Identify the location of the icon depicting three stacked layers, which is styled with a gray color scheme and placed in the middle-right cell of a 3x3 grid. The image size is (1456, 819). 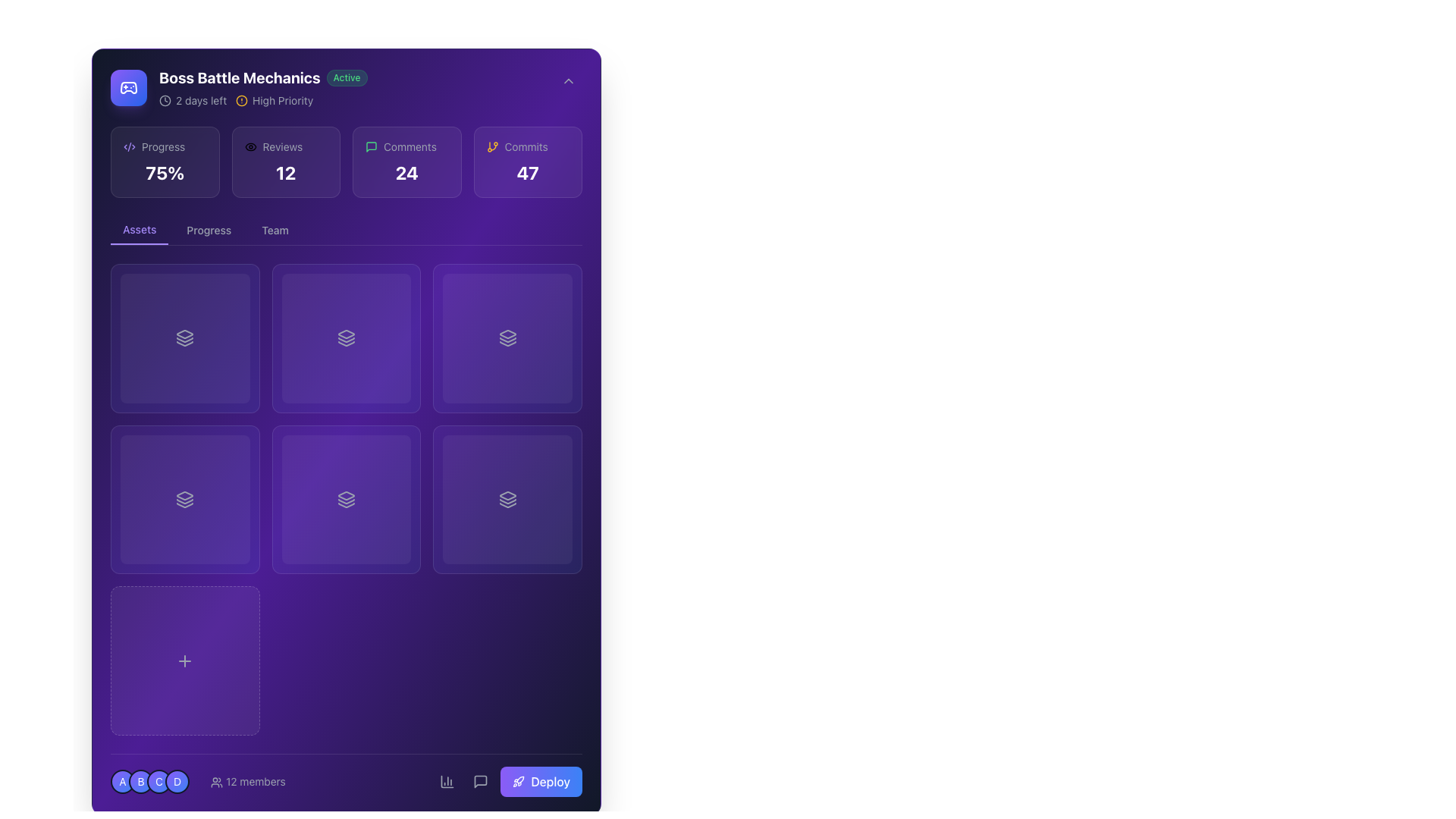
(507, 337).